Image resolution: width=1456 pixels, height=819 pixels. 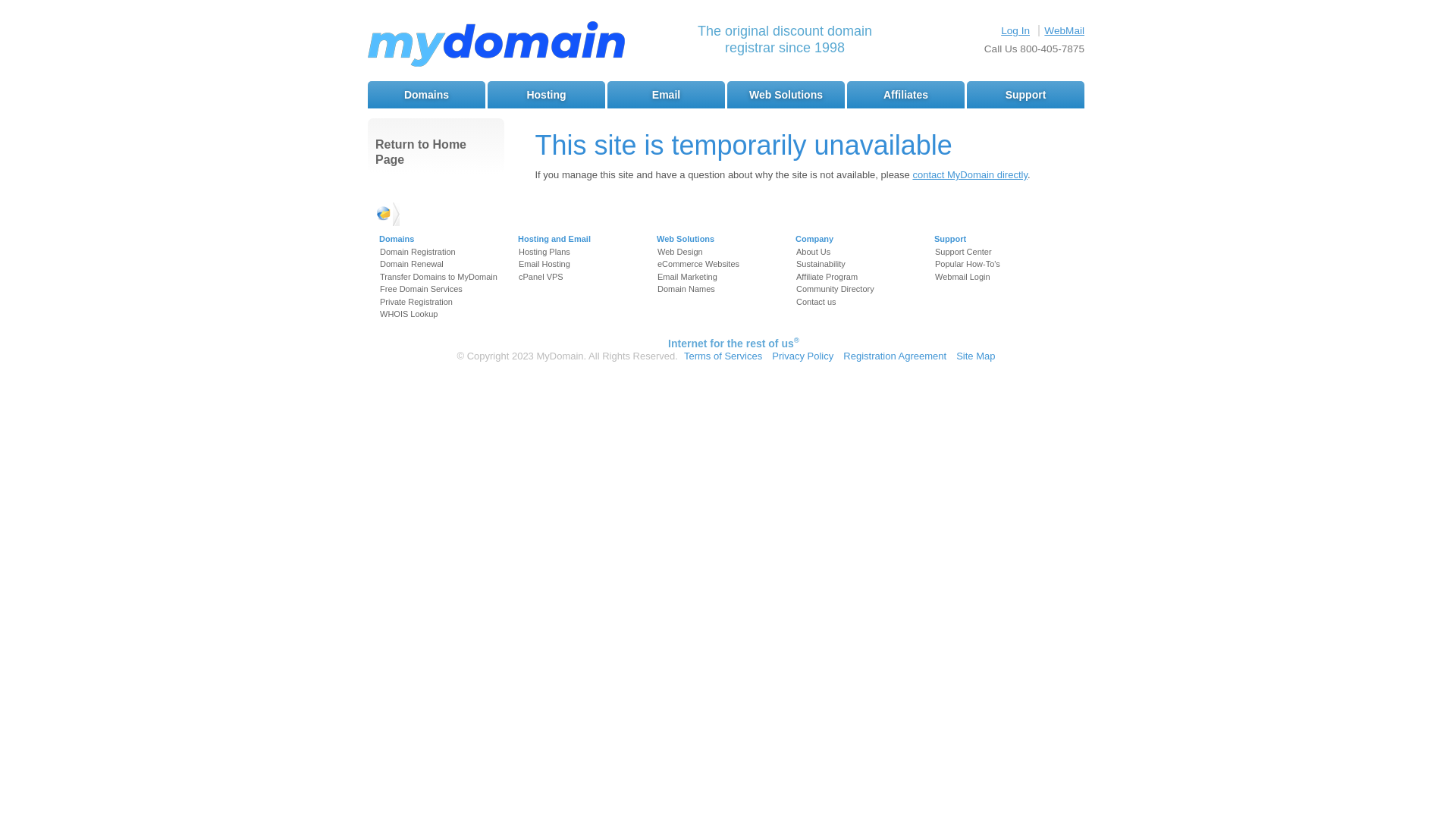 What do you see at coordinates (666, 94) in the screenshot?
I see `'Email'` at bounding box center [666, 94].